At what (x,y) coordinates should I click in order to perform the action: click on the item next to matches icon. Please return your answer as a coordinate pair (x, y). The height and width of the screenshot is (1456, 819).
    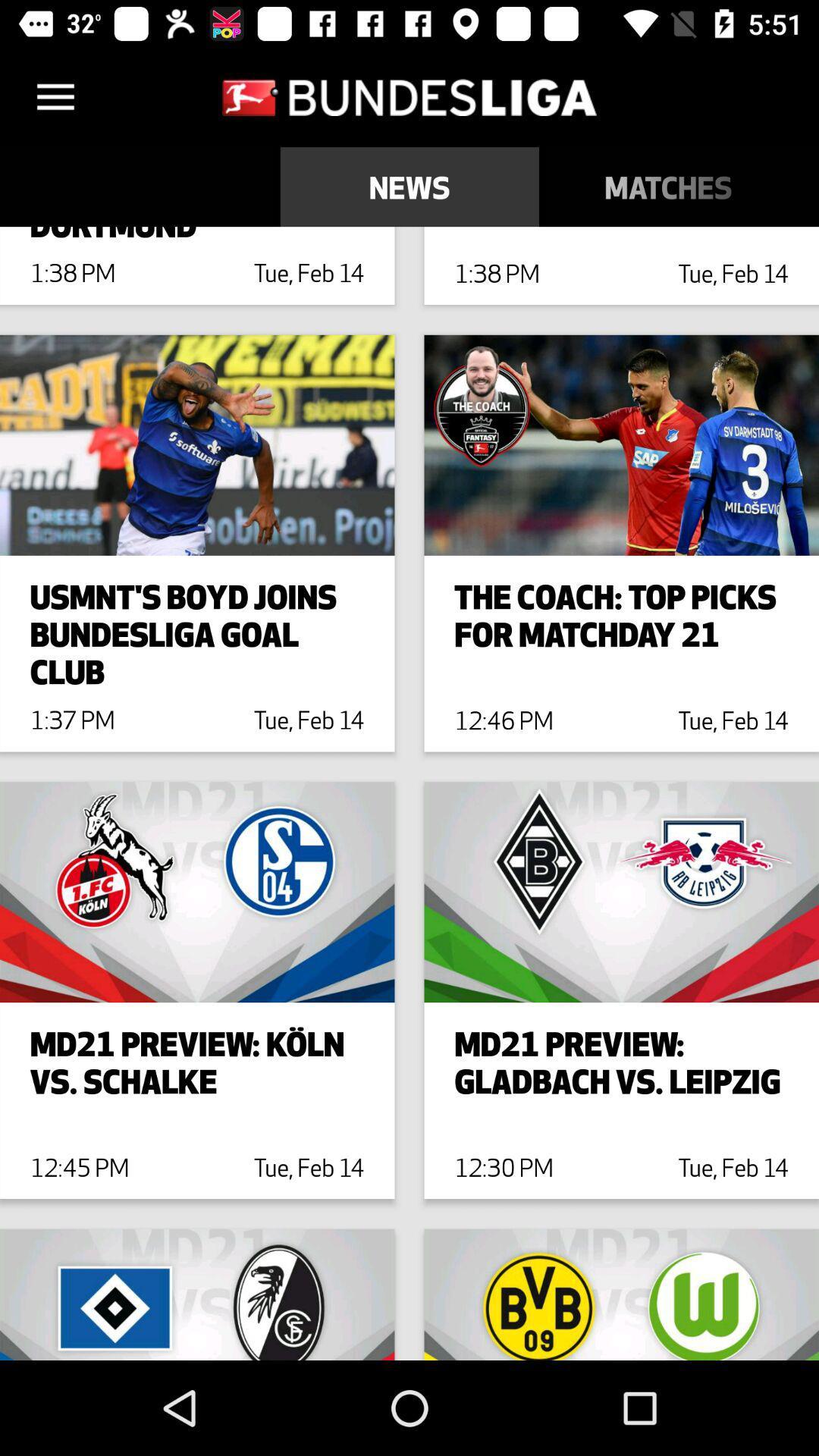
    Looking at the image, I should click on (409, 186).